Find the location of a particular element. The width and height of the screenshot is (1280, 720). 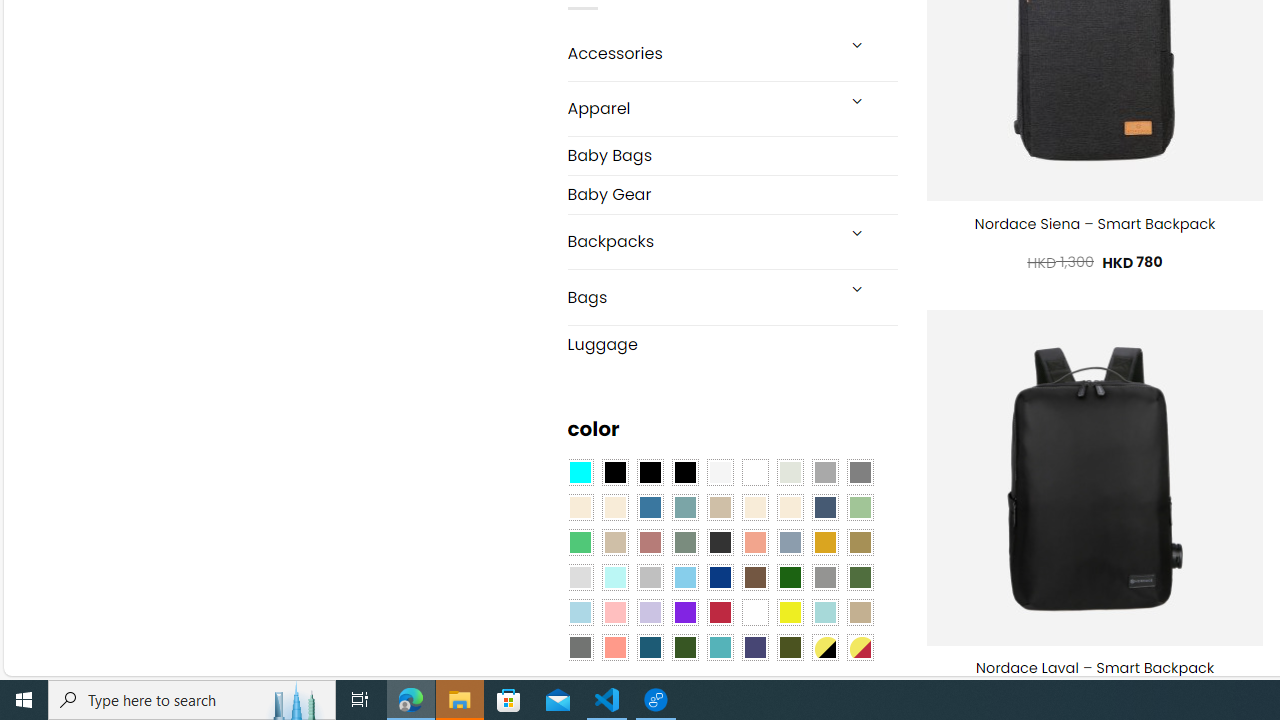

'Blue' is located at coordinates (650, 507).